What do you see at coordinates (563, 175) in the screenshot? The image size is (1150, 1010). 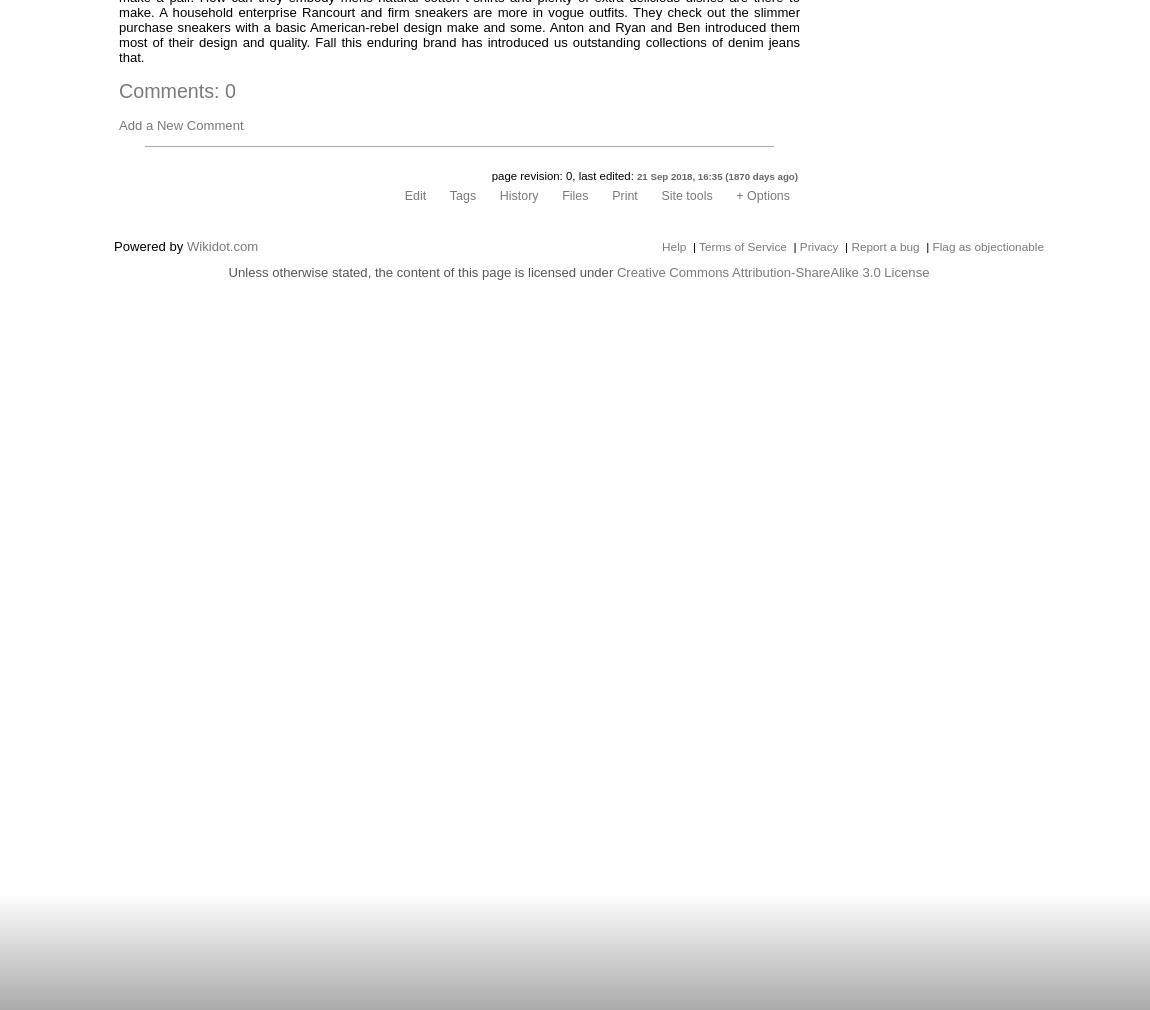 I see `'page revision: 0, last edited:'` at bounding box center [563, 175].